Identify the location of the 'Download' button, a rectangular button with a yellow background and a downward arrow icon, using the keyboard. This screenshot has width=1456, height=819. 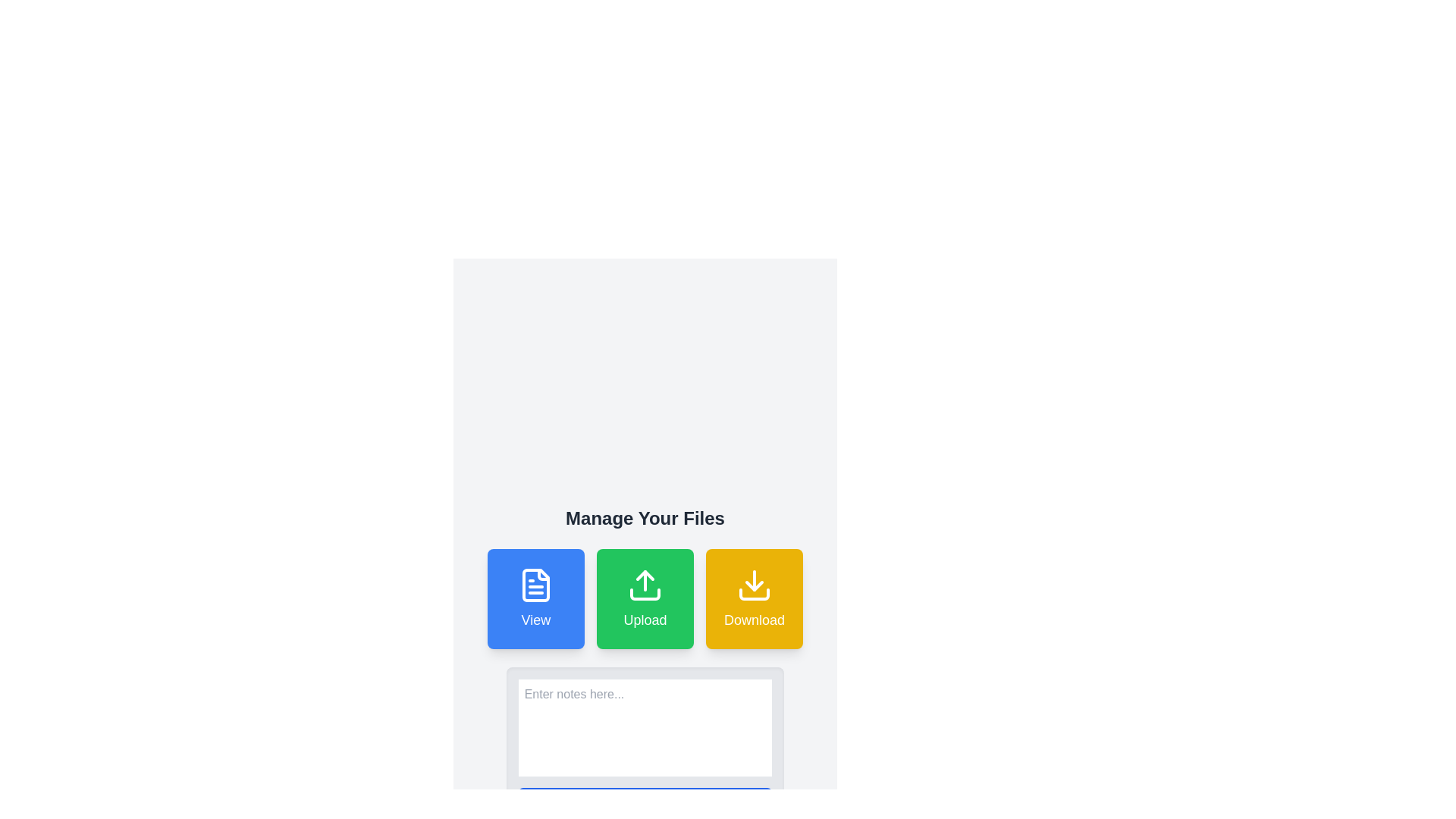
(755, 598).